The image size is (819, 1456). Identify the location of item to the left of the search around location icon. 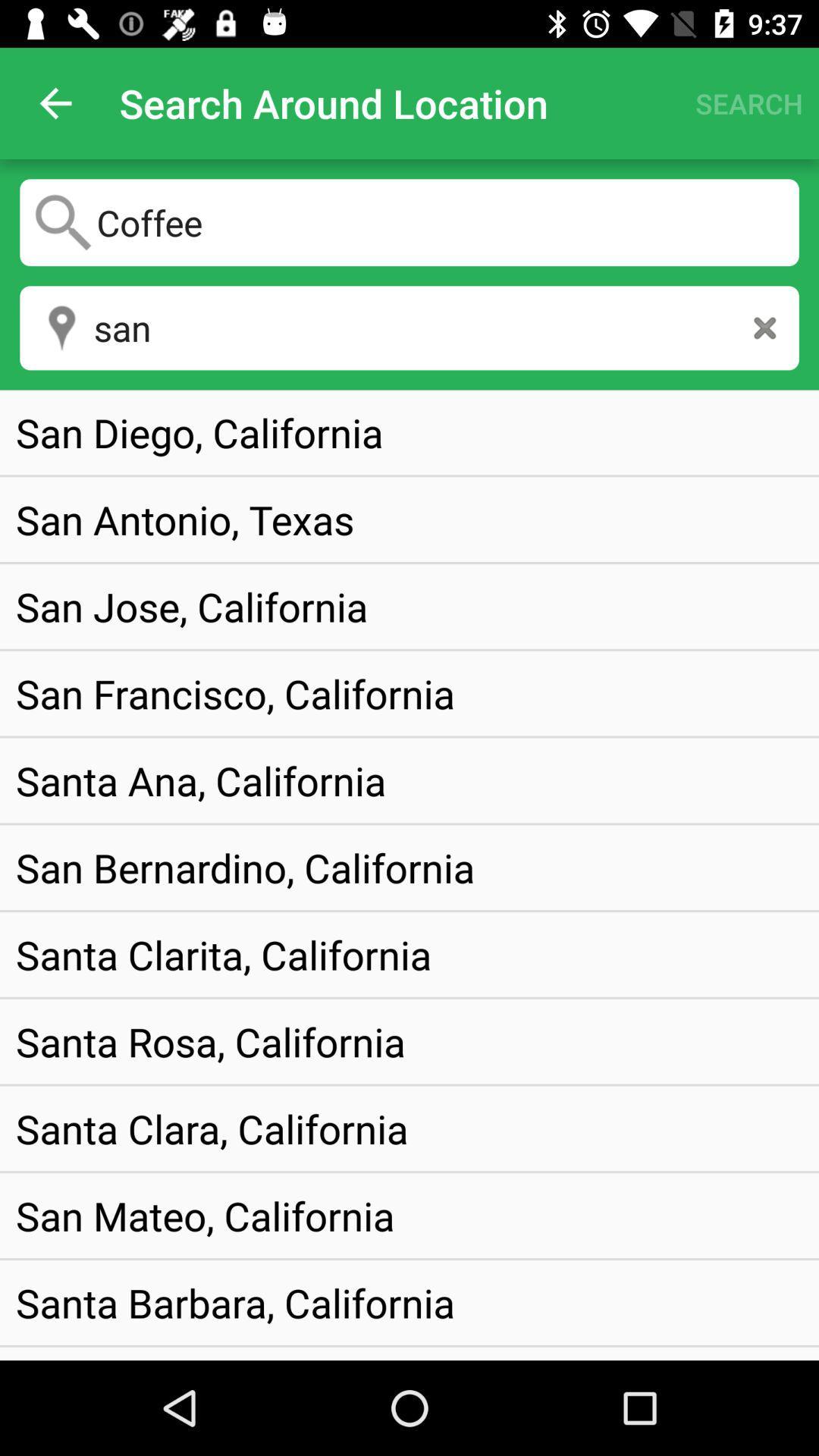
(55, 102).